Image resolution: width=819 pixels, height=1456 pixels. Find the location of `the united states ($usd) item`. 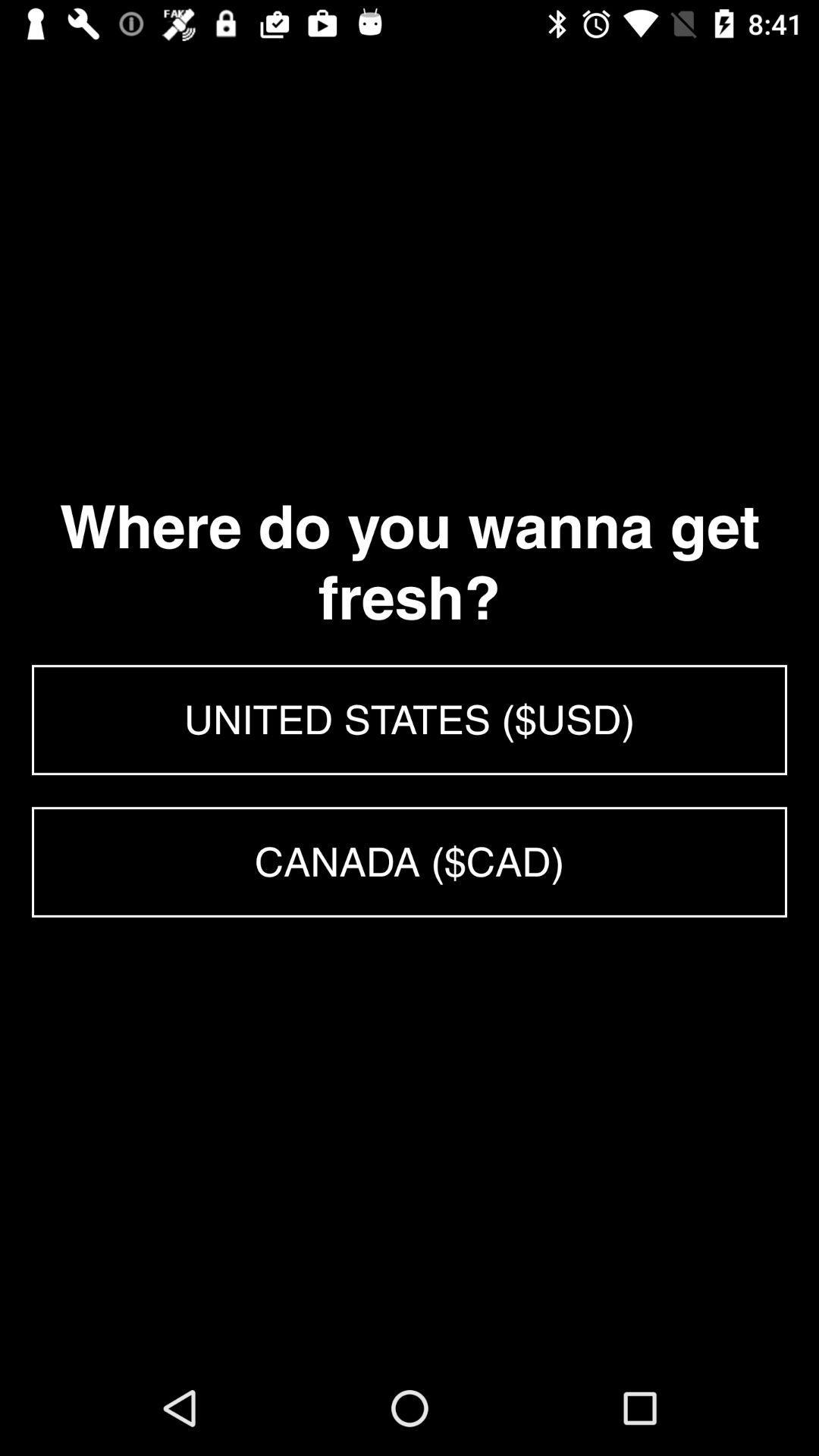

the united states ($usd) item is located at coordinates (409, 719).